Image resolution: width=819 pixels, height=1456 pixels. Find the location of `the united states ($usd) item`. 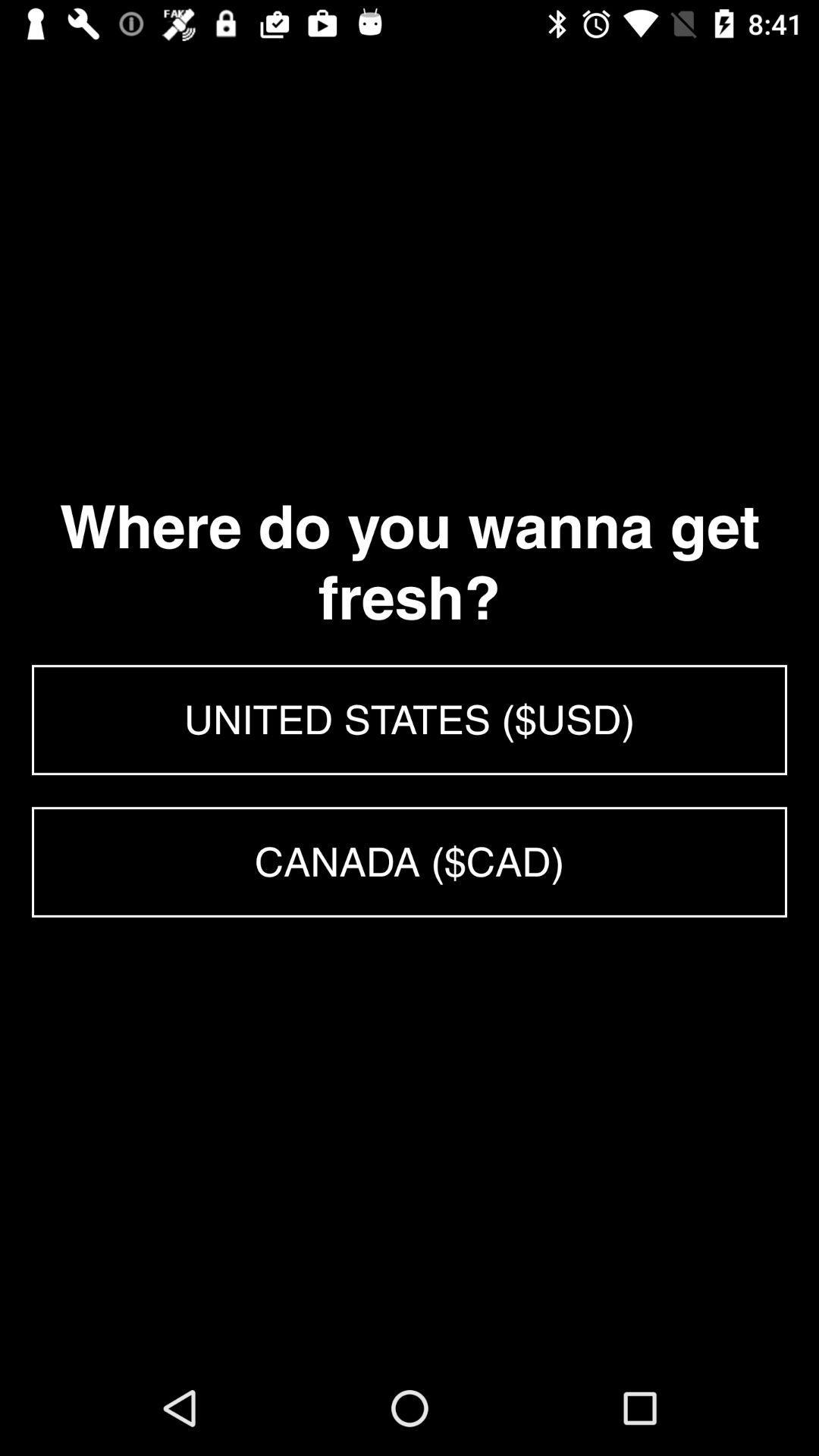

the united states ($usd) item is located at coordinates (409, 719).